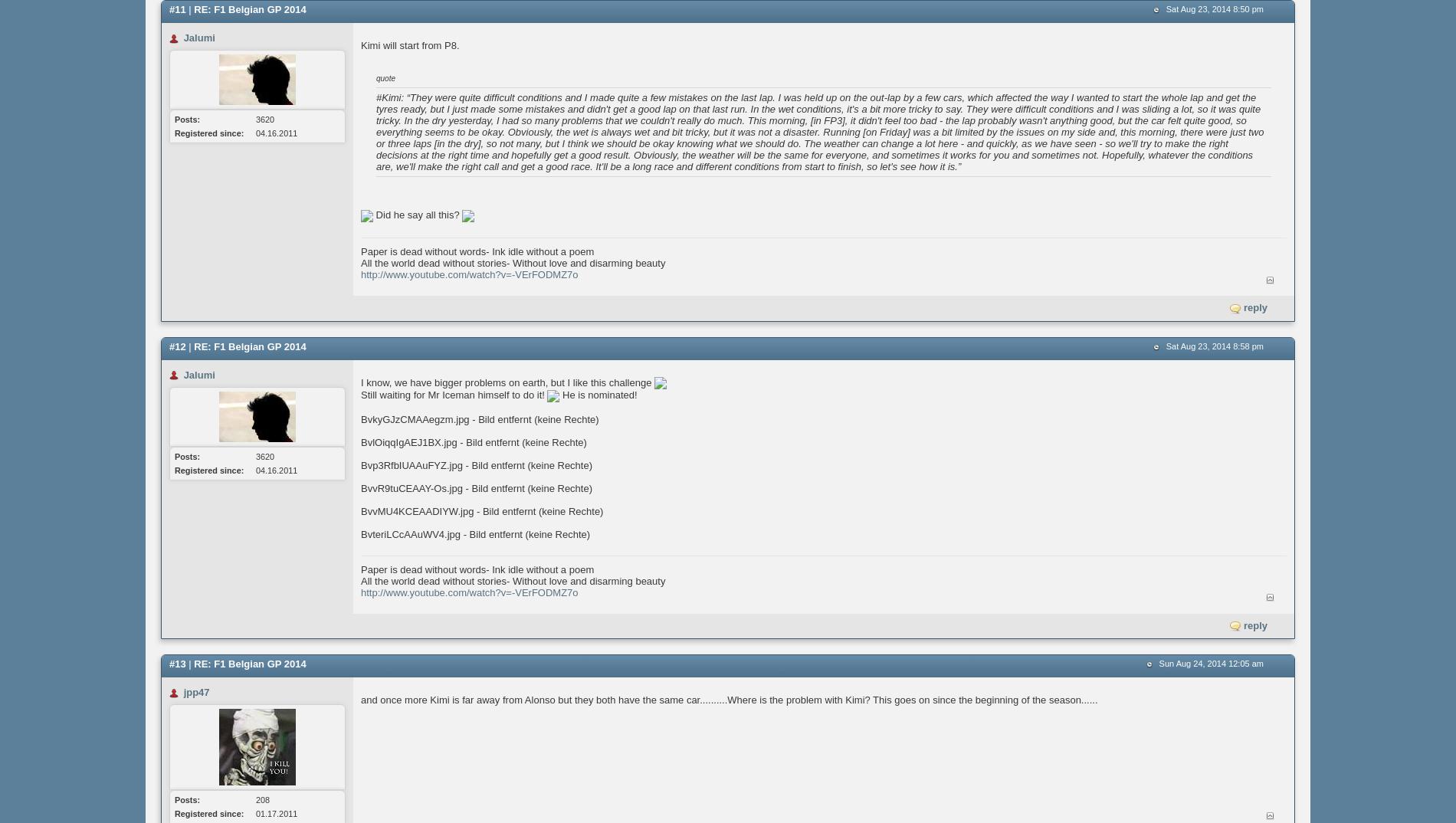 This screenshot has height=823, width=1456. What do you see at coordinates (177, 8) in the screenshot?
I see `'#11'` at bounding box center [177, 8].